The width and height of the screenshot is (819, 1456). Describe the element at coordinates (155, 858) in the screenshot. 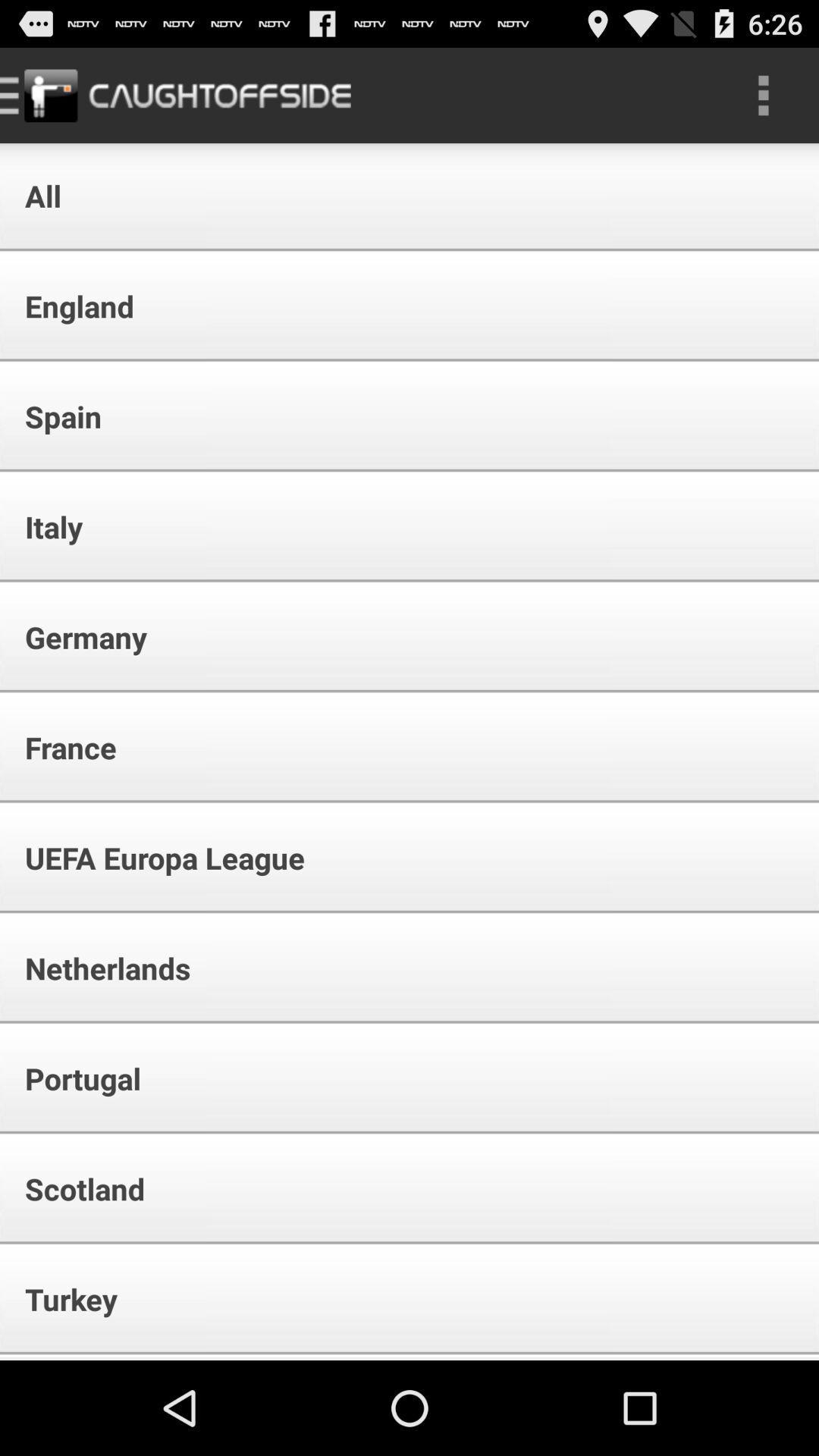

I see `the uefa europa league icon` at that location.